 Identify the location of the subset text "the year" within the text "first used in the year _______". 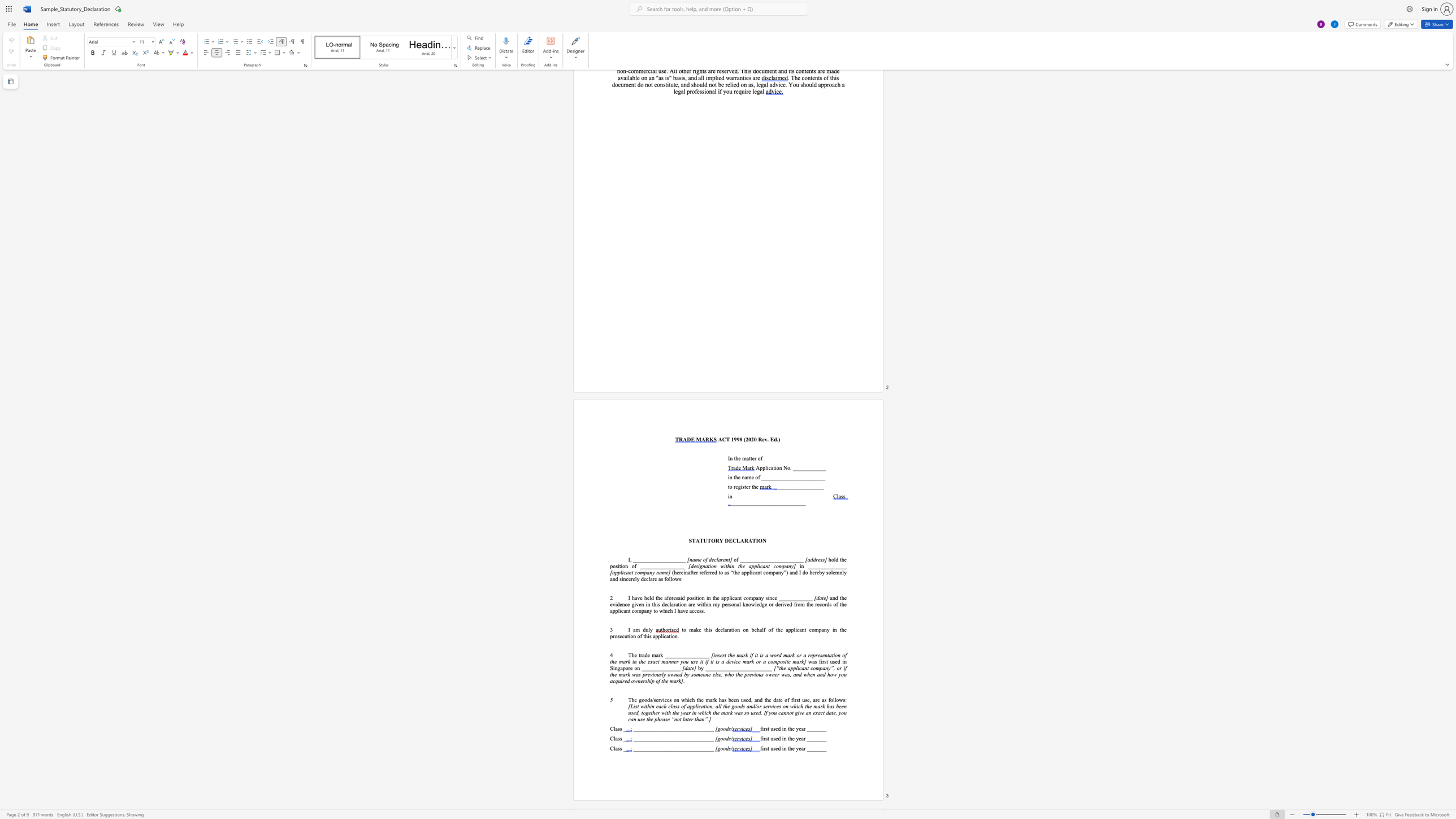
(787, 748).